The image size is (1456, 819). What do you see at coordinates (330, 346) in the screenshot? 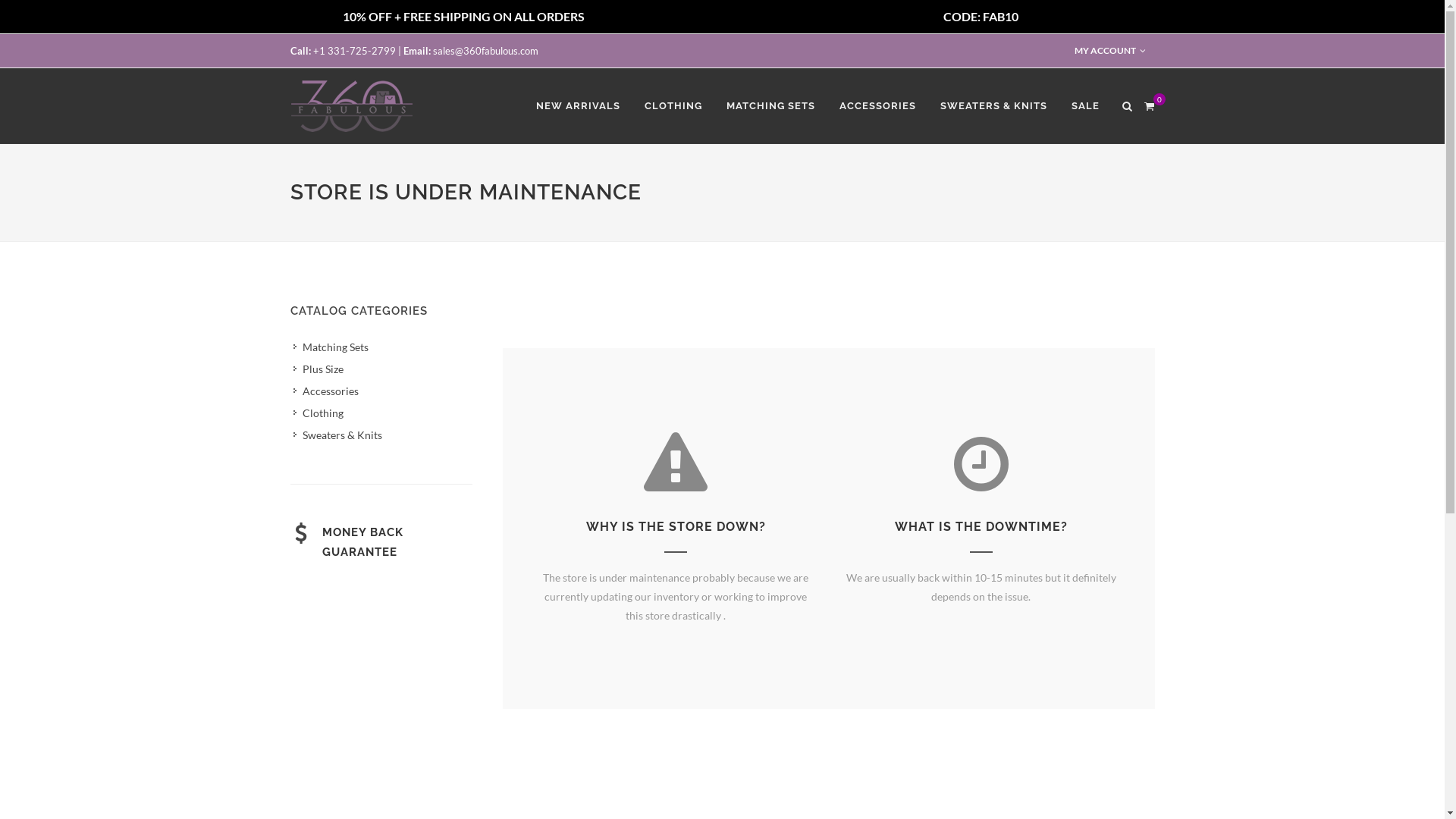
I see `'Matching Sets'` at bounding box center [330, 346].